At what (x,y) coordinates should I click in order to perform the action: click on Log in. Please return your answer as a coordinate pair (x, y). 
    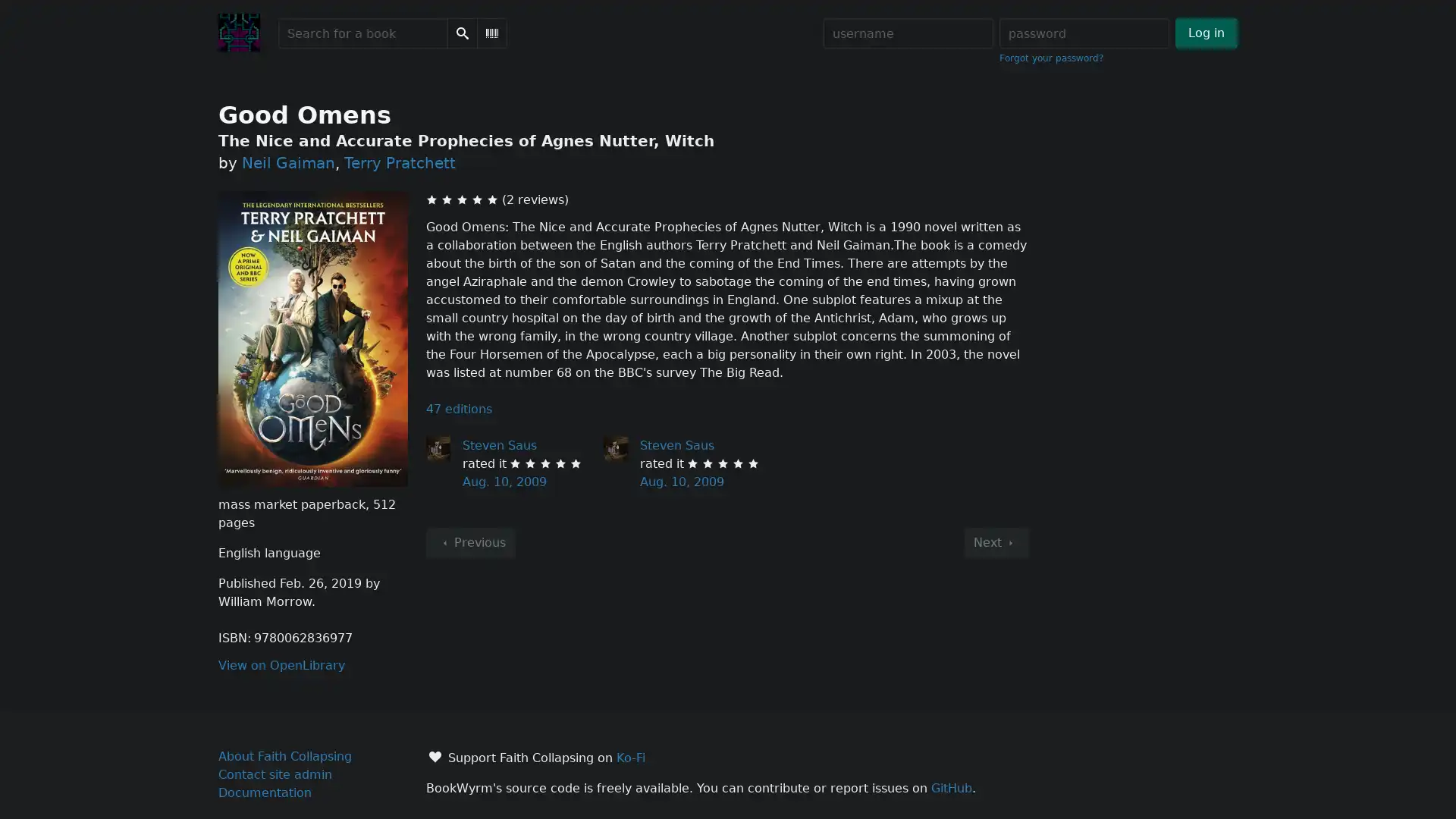
    Looking at the image, I should click on (1205, 33).